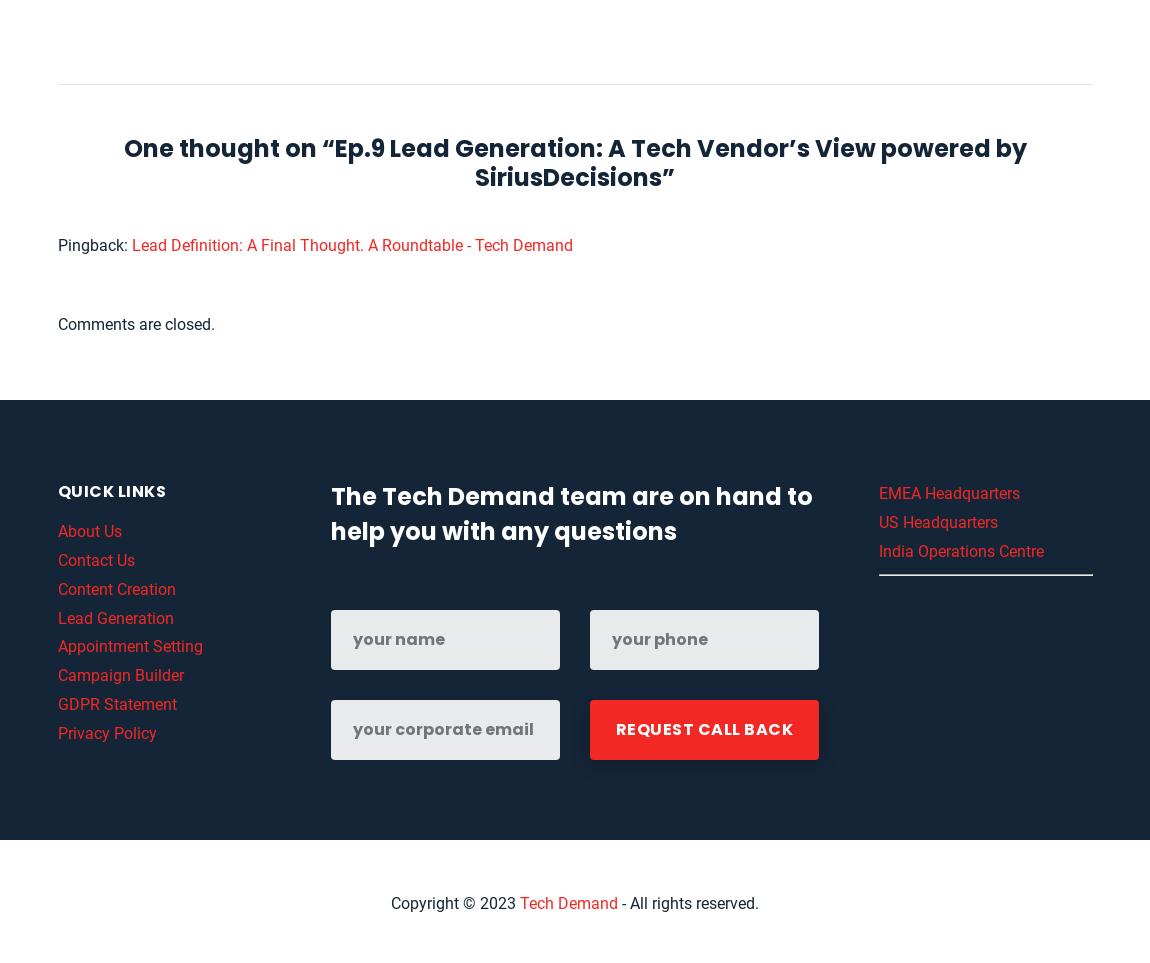 This screenshot has height=963, width=1150. I want to click on 'Quick links', so click(110, 491).